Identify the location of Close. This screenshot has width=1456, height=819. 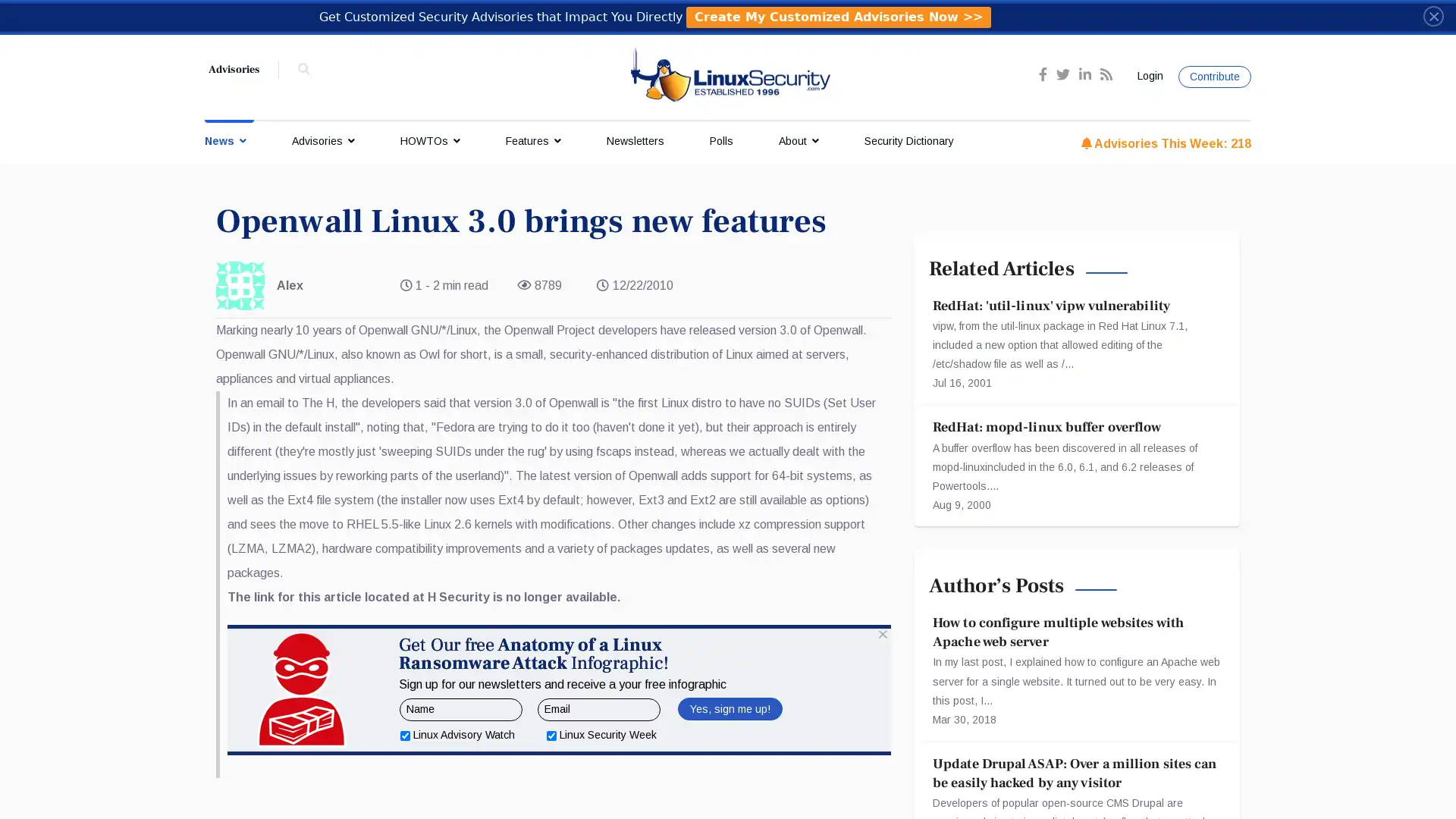
(1432, 15).